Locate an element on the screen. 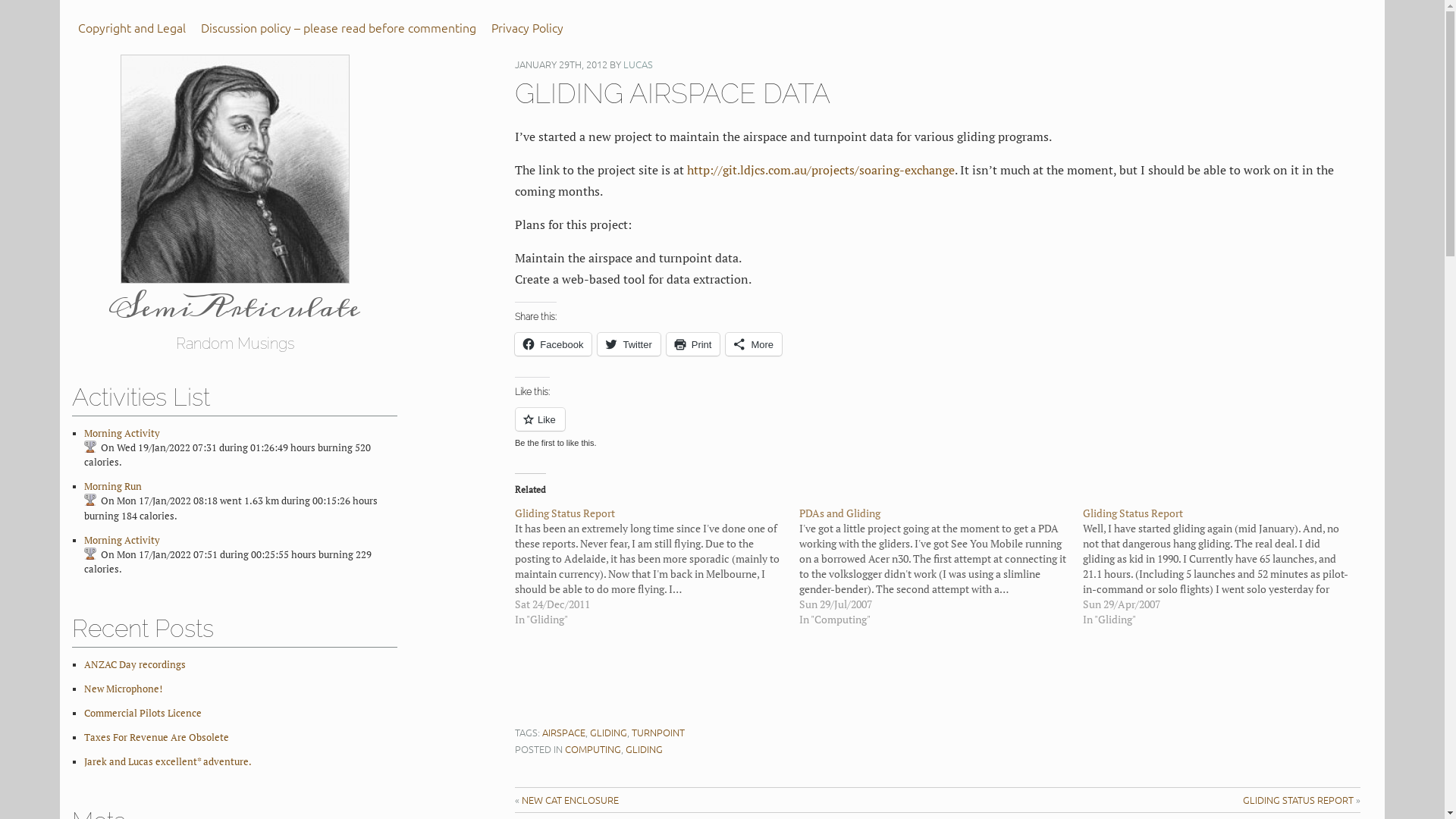  'Twitter' is located at coordinates (629, 344).